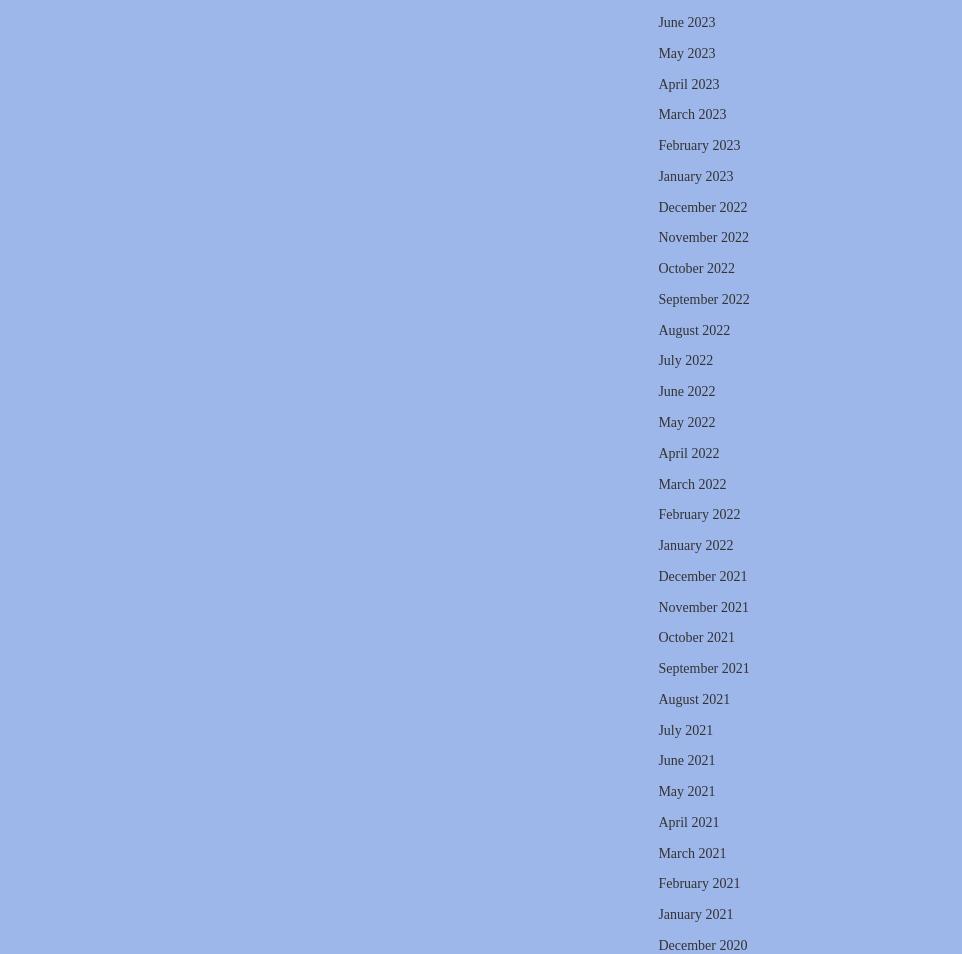 The image size is (962, 954). Describe the element at coordinates (684, 360) in the screenshot. I see `'July 2022'` at that location.